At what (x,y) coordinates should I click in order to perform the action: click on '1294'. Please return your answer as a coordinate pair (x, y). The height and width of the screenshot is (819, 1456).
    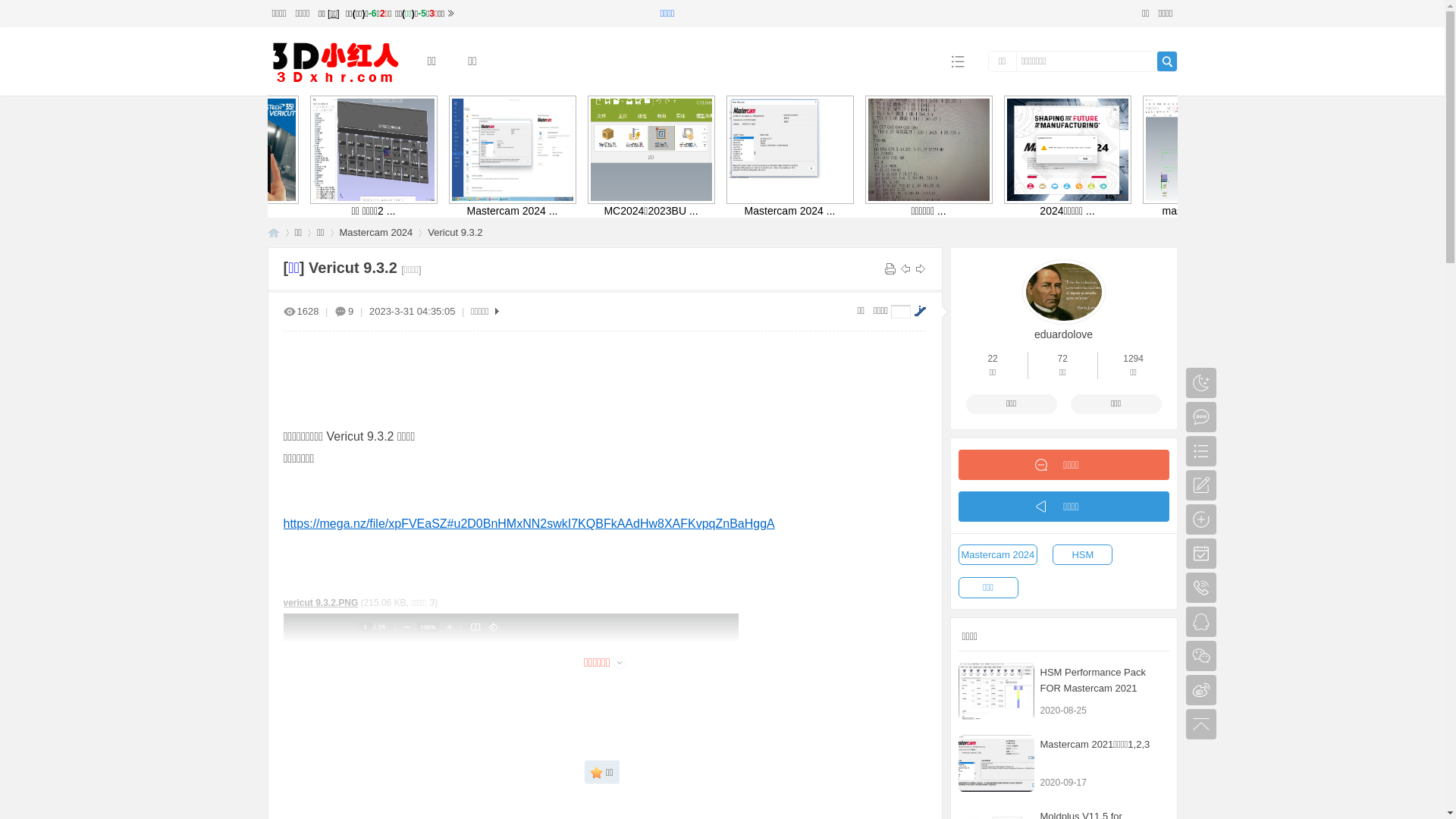
    Looking at the image, I should click on (1133, 359).